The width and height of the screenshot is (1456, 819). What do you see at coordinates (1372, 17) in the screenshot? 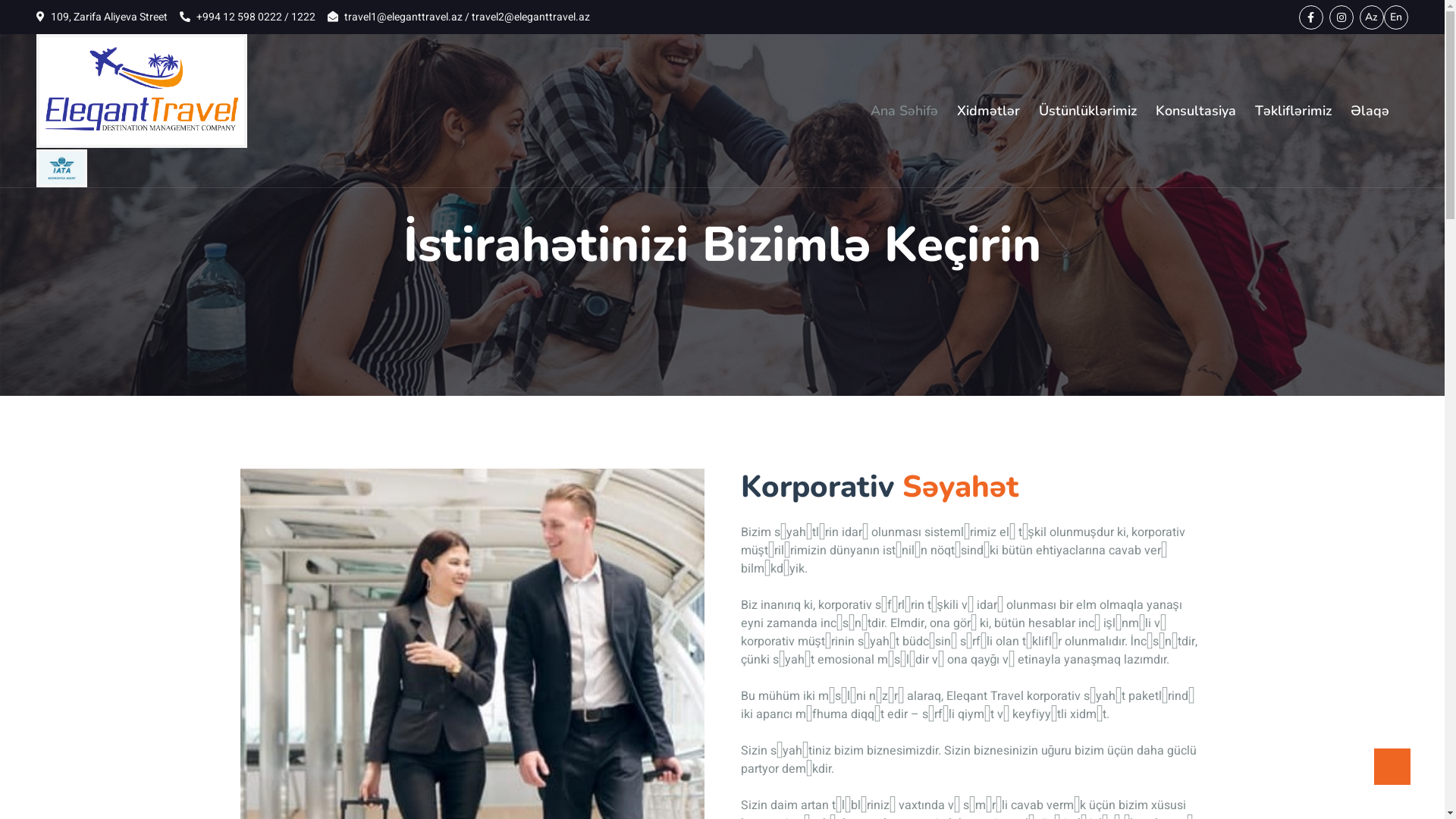
I see `'Az'` at bounding box center [1372, 17].